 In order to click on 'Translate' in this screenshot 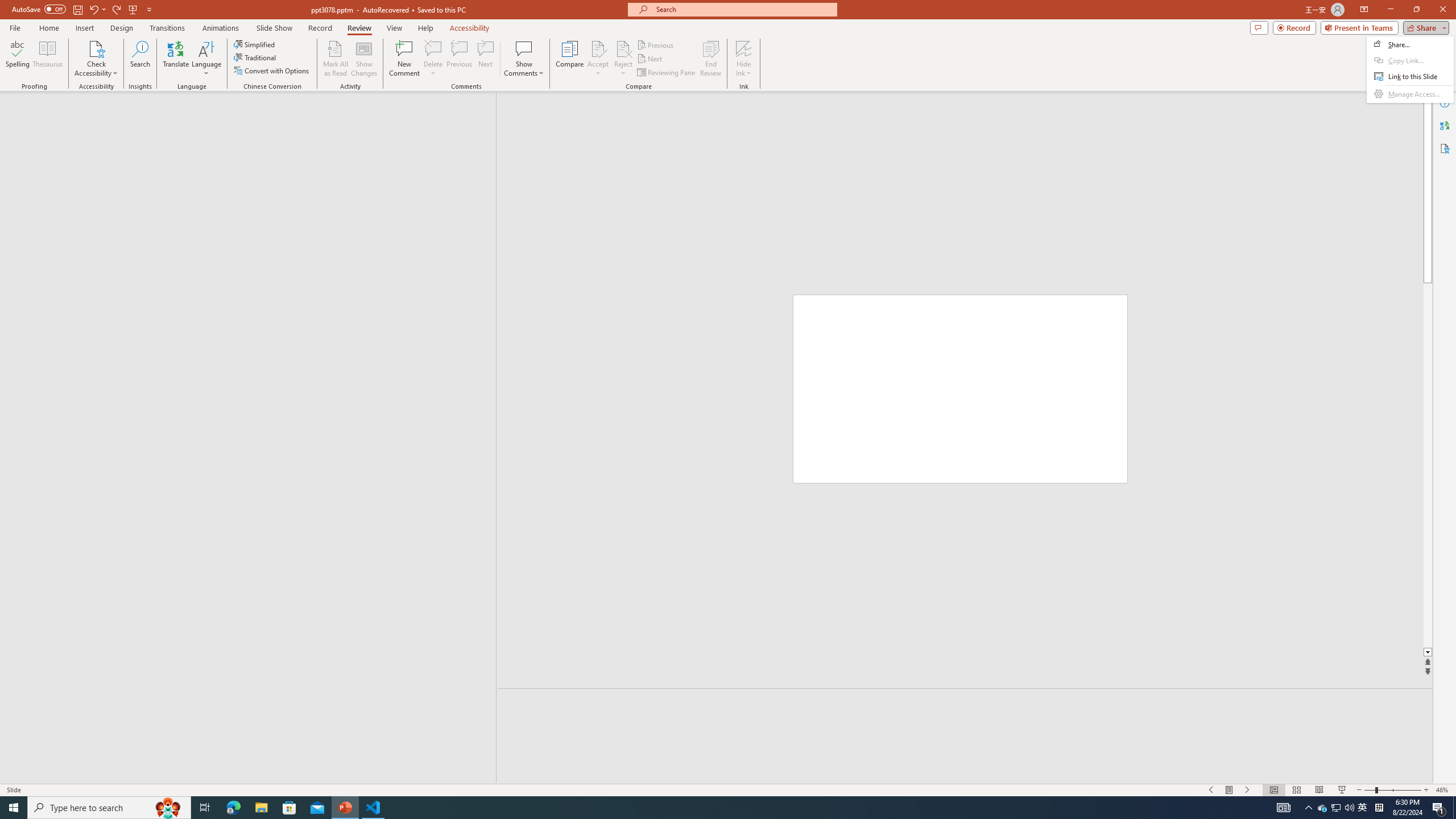, I will do `click(176, 59)`.